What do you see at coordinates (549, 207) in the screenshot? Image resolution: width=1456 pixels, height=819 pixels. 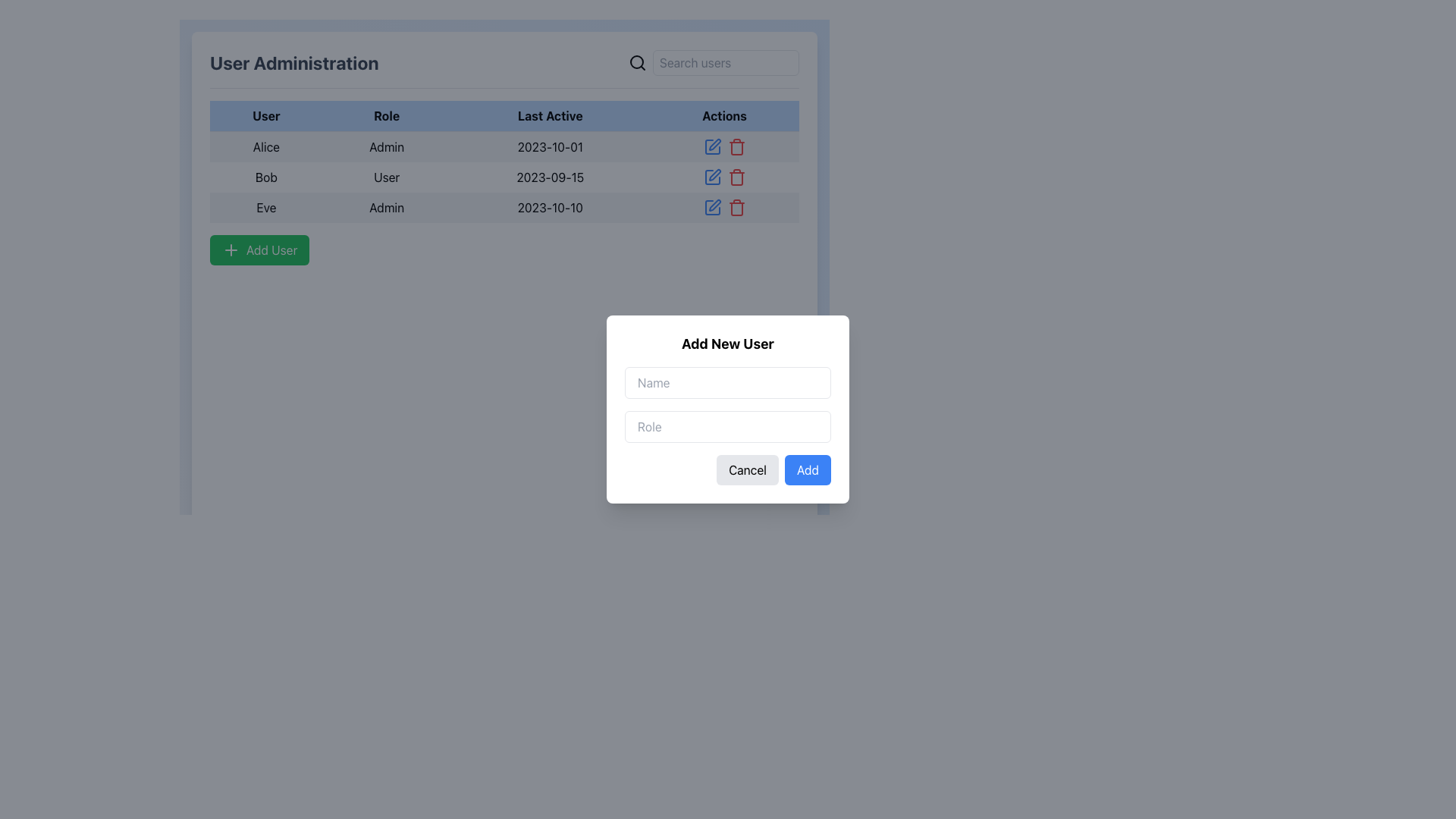 I see `the text label that displays the last active date for the user 'Eve' in the user administration interface, which is the third visible sibling in the 'Last Active' column of the table` at bounding box center [549, 207].